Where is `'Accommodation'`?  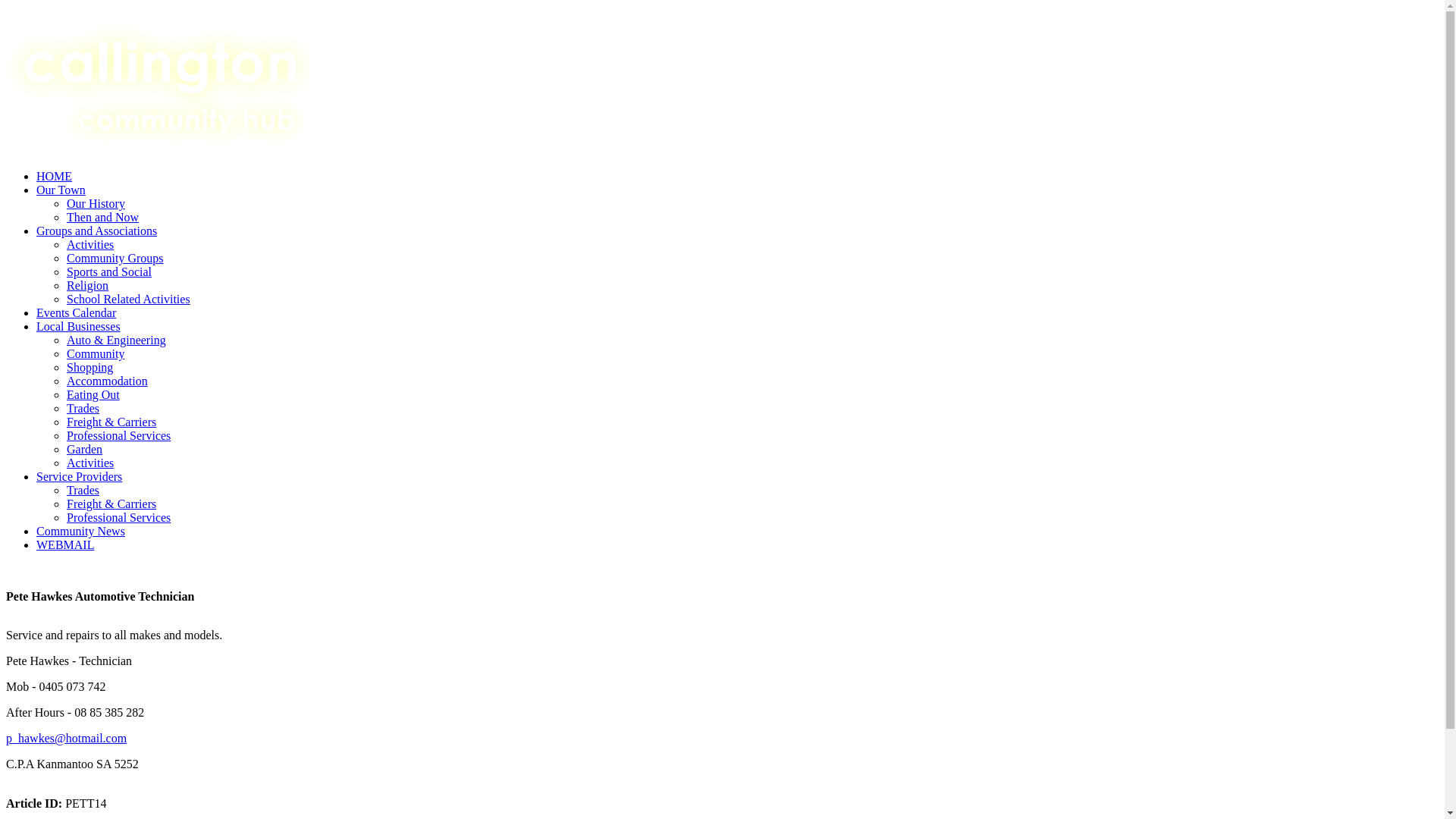
'Accommodation' is located at coordinates (106, 380).